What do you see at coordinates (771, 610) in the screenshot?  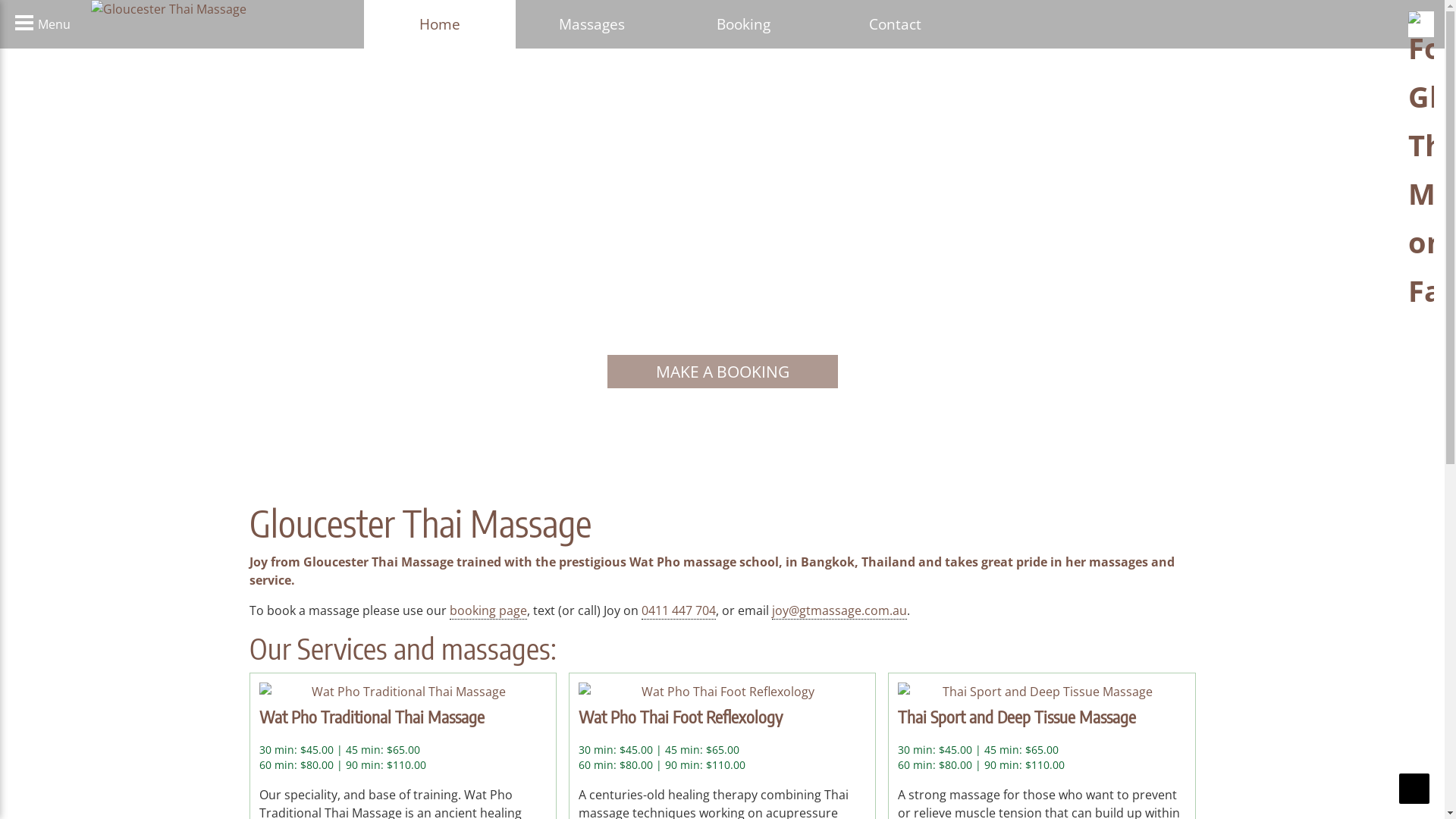 I see `'joy@gtmassage.com.au'` at bounding box center [771, 610].